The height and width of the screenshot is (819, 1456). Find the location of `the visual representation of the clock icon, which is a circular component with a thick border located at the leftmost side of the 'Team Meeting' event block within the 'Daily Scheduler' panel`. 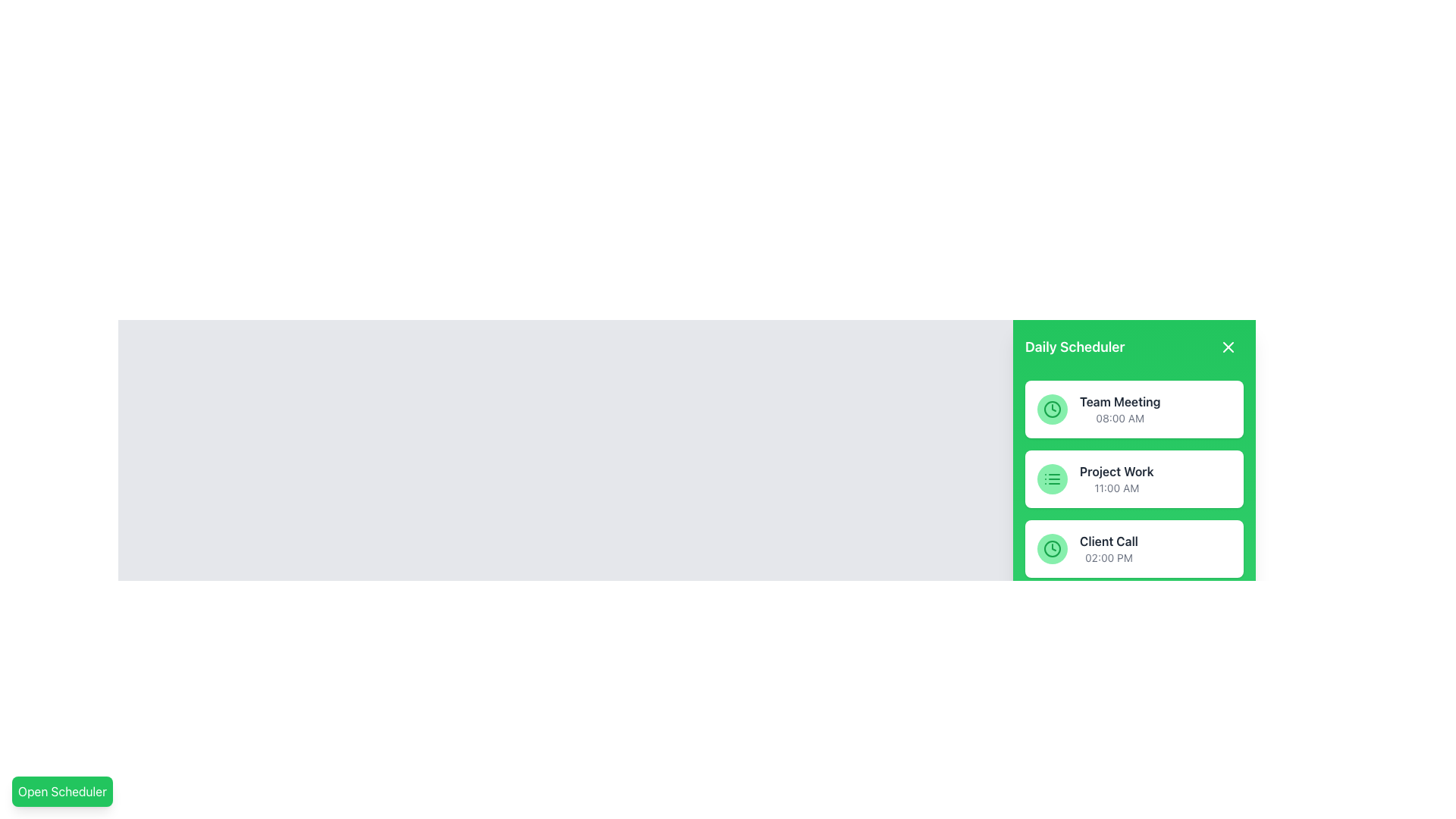

the visual representation of the clock icon, which is a circular component with a thick border located at the leftmost side of the 'Team Meeting' event block within the 'Daily Scheduler' panel is located at coordinates (1051, 409).